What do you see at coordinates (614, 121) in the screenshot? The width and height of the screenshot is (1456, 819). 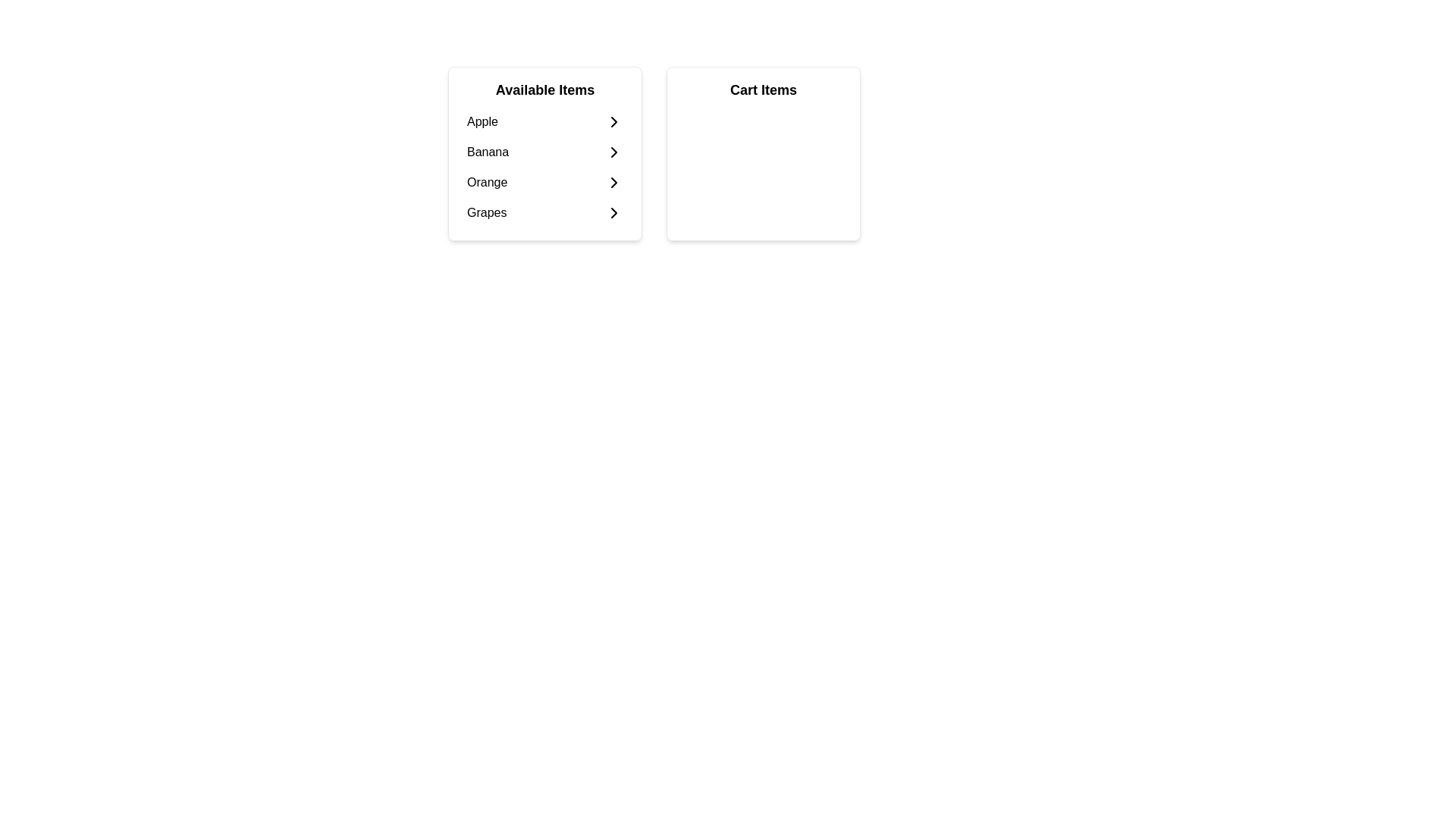 I see `the right-arrow SVG icon located to the right of the 'Apple' item in the 'Available Items' card` at bounding box center [614, 121].